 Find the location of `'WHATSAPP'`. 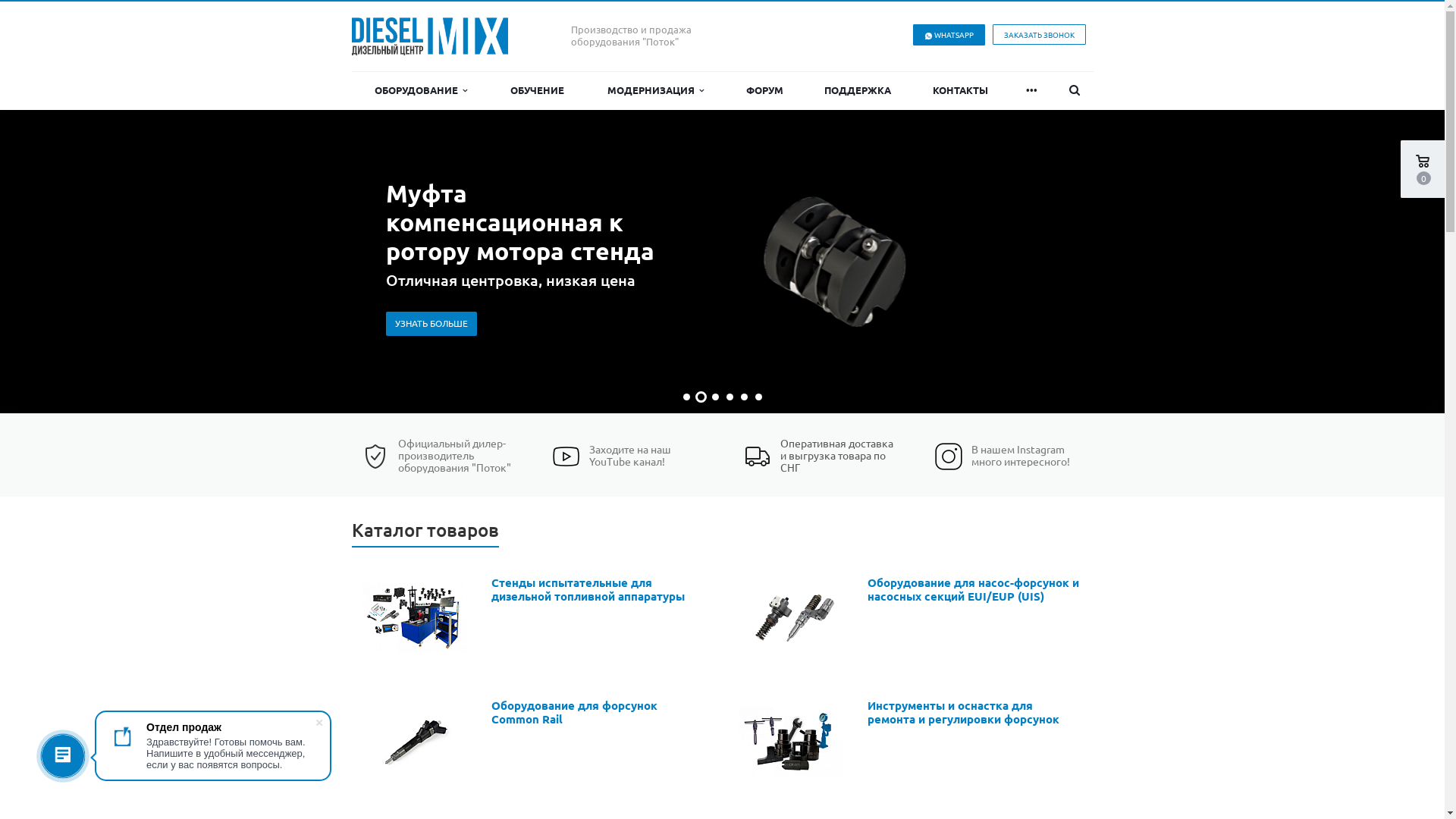

'WHATSAPP' is located at coordinates (948, 34).